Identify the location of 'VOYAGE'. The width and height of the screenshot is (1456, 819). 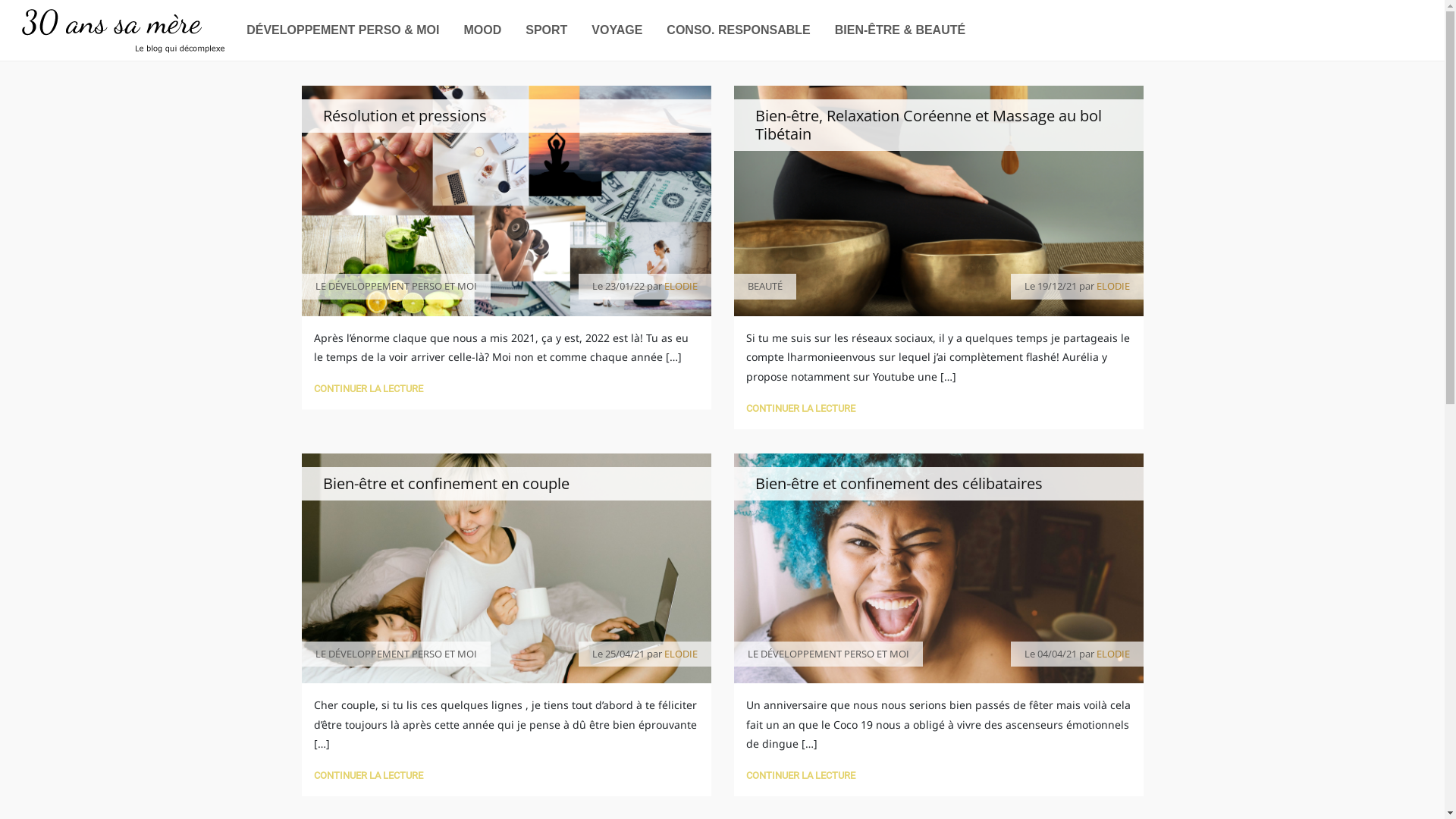
(617, 30).